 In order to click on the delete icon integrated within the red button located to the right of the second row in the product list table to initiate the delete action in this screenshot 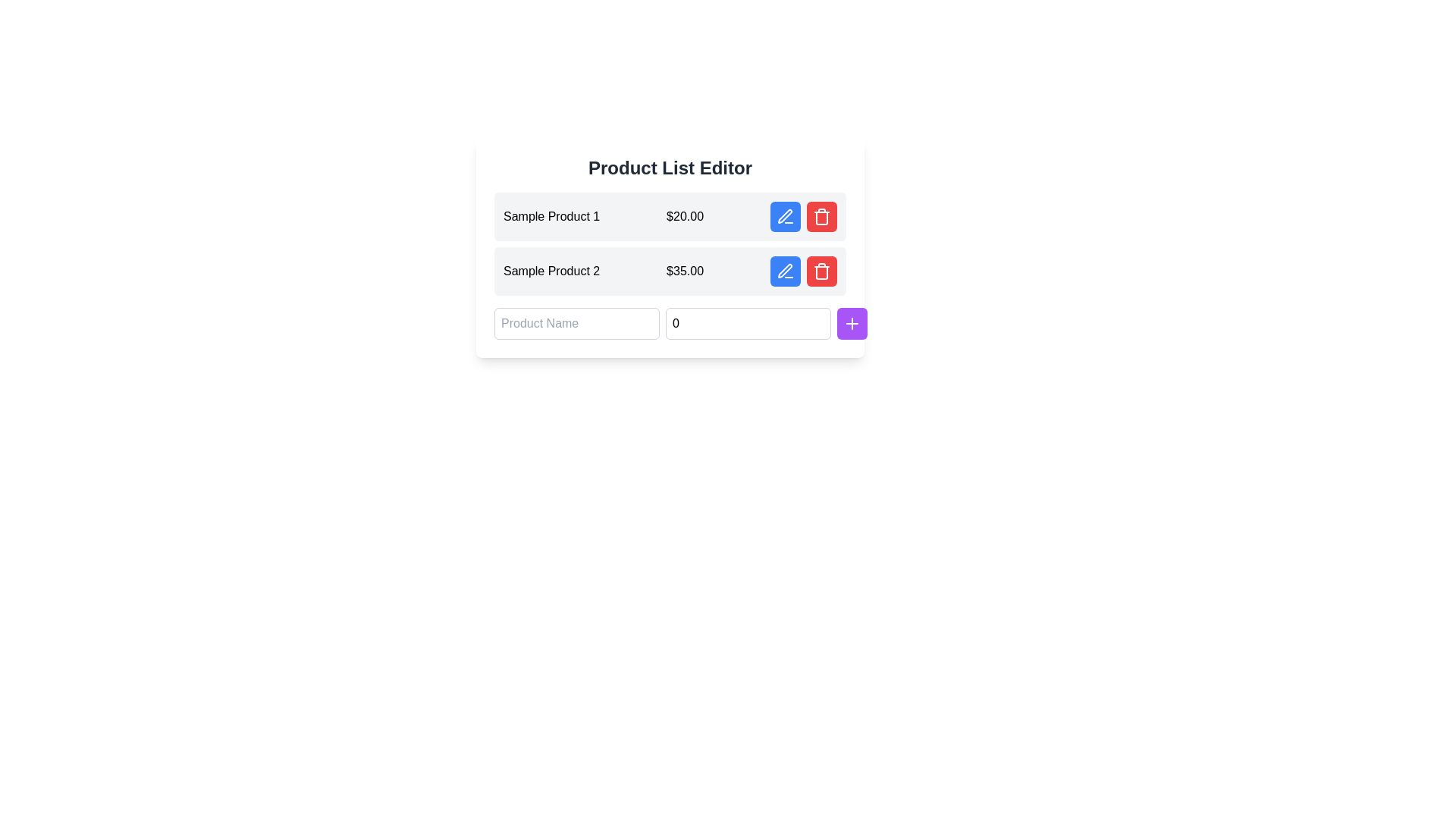, I will do `click(821, 216)`.